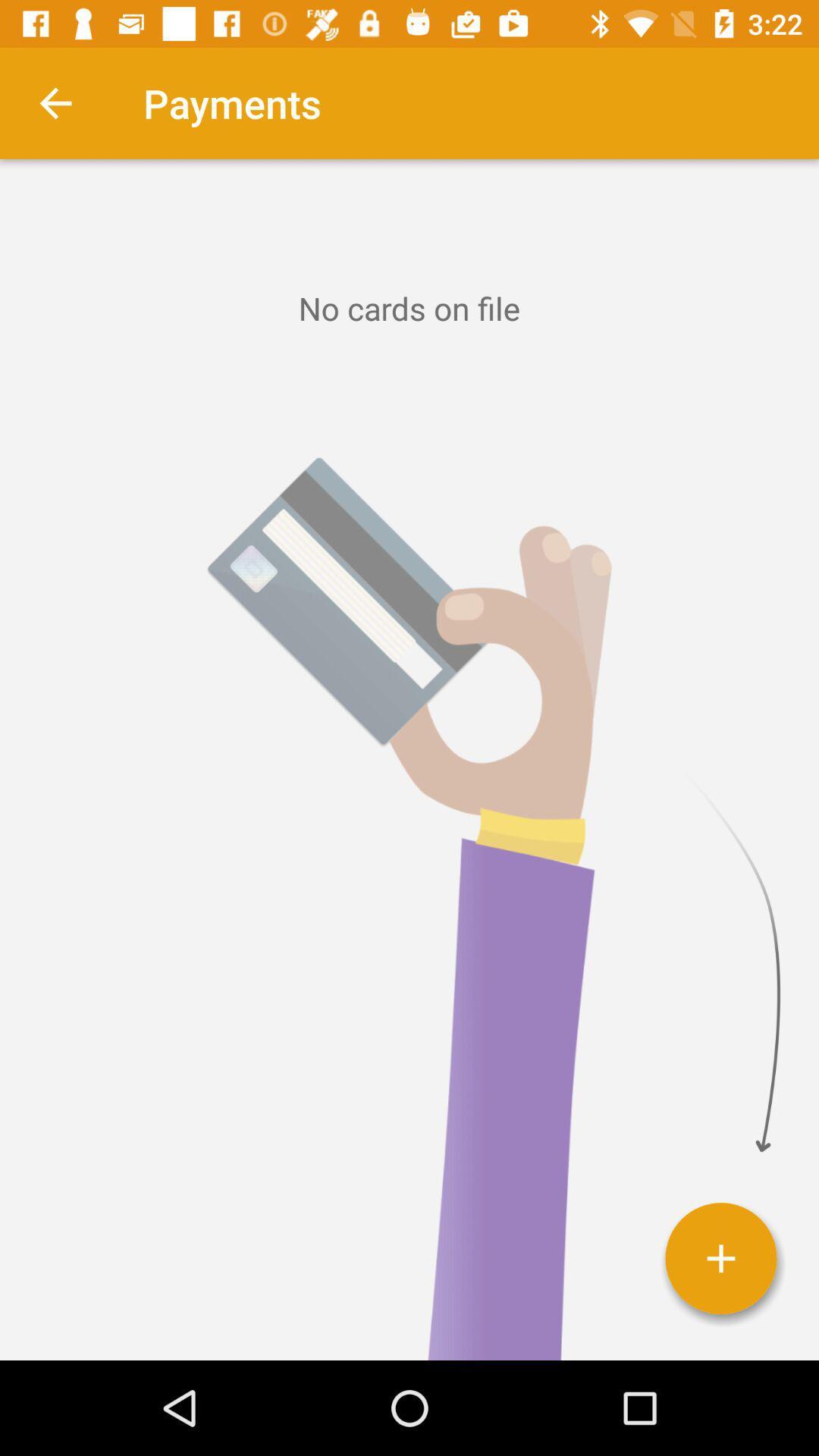  Describe the element at coordinates (720, 1258) in the screenshot. I see `the add icon` at that location.